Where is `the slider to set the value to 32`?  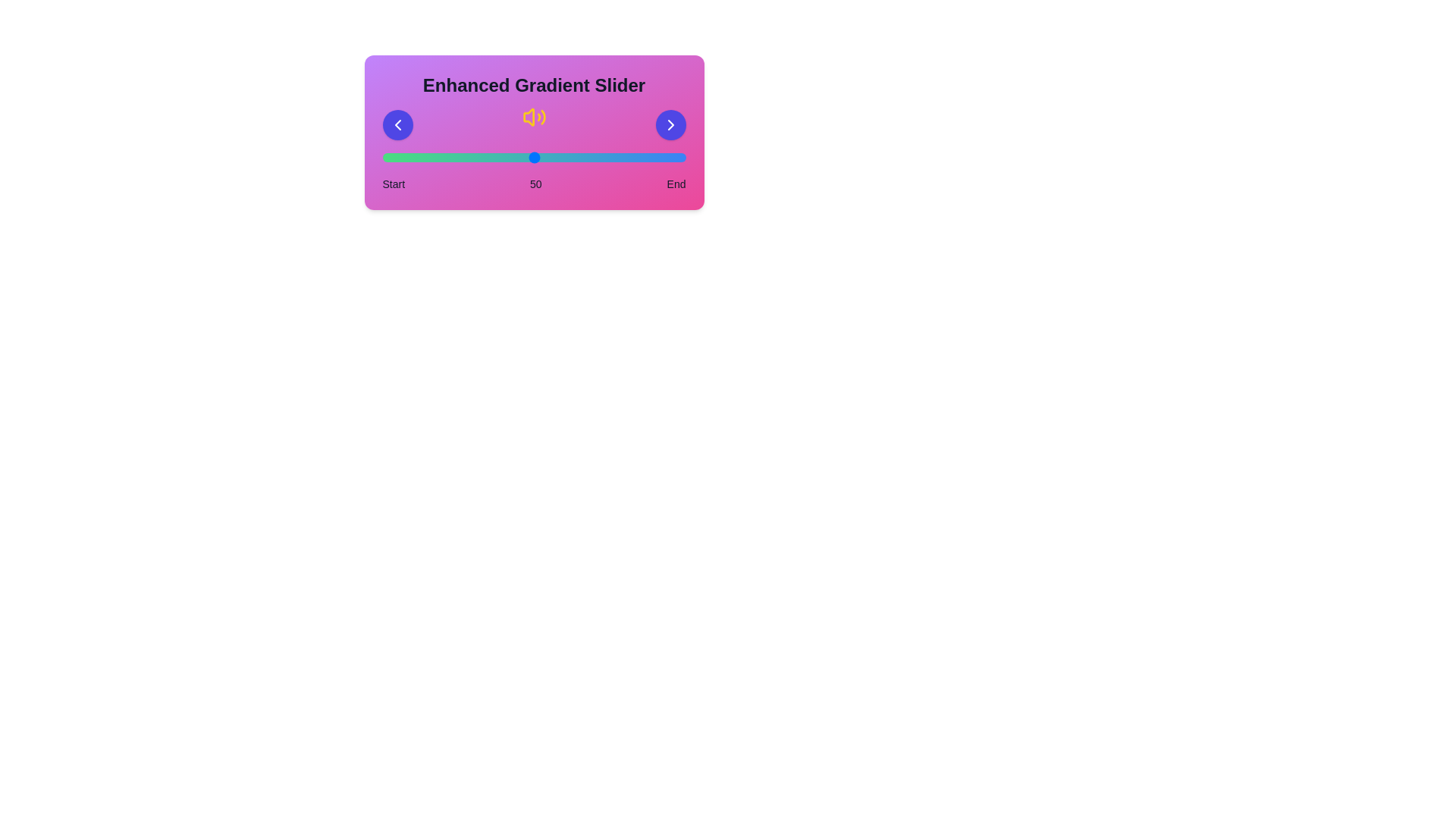 the slider to set the value to 32 is located at coordinates (479, 158).